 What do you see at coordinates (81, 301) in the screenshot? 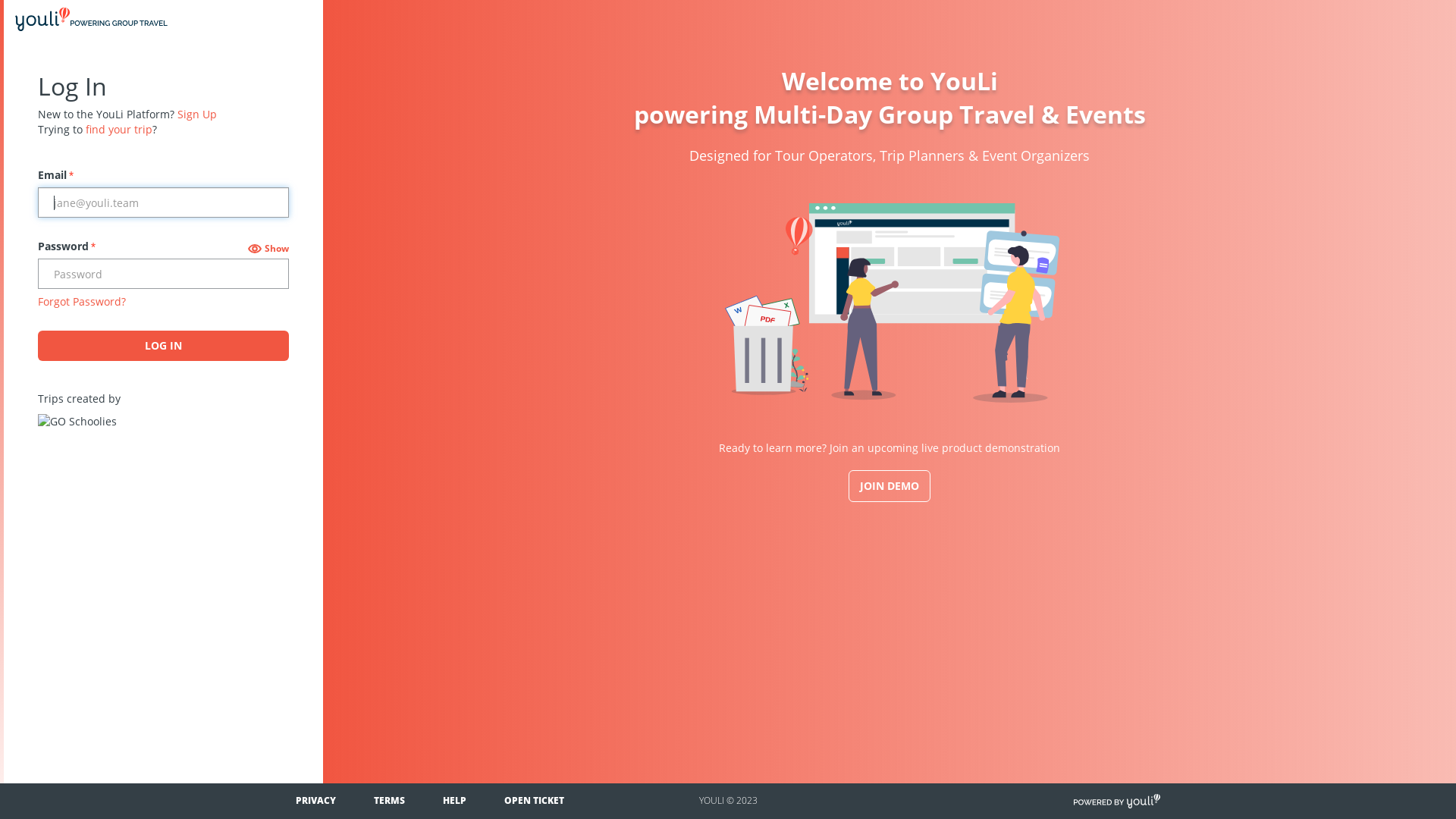
I see `'Forgot Password?'` at bounding box center [81, 301].